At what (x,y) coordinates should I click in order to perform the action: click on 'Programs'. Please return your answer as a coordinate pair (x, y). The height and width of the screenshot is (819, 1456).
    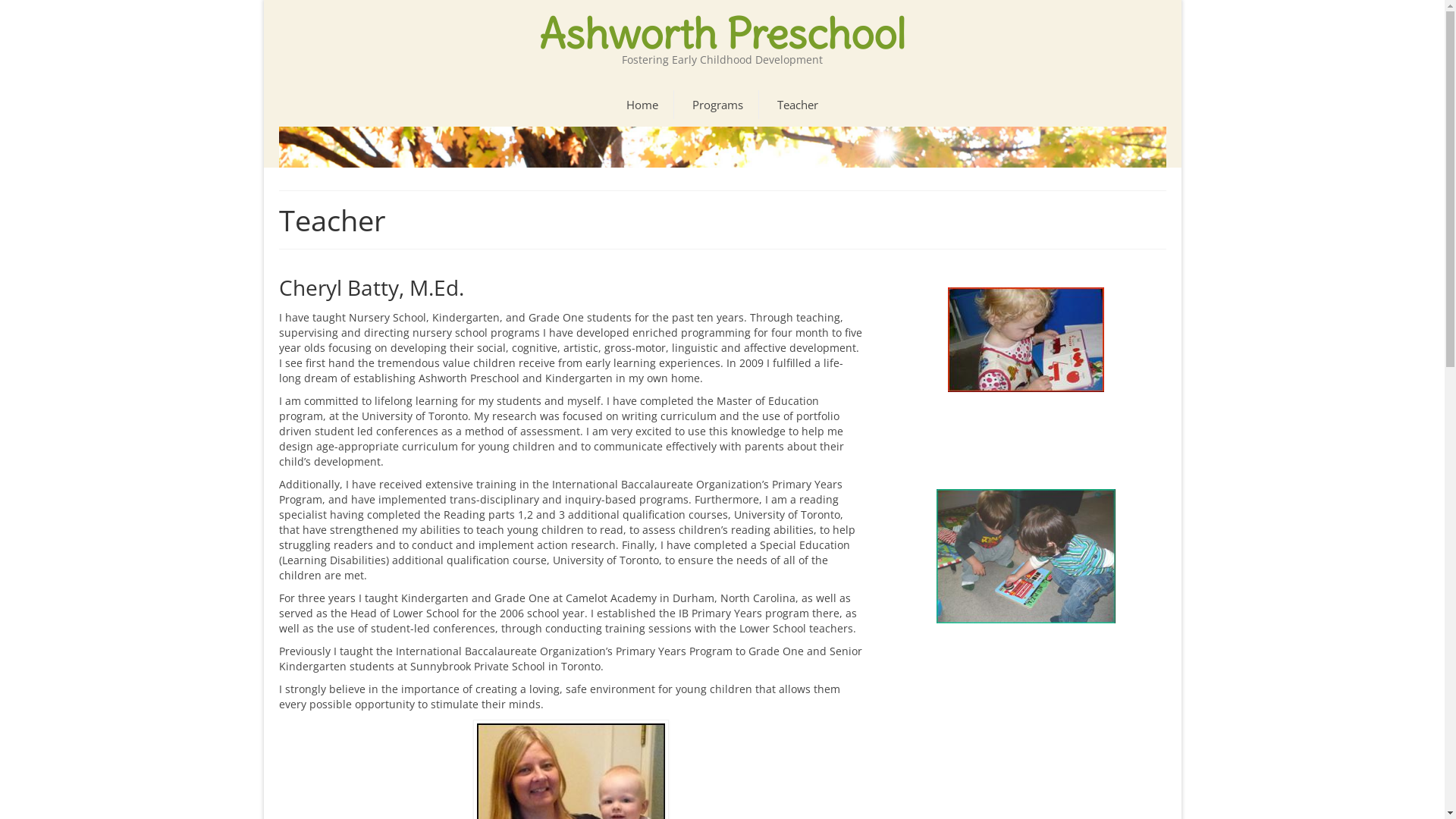
    Looking at the image, I should click on (717, 104).